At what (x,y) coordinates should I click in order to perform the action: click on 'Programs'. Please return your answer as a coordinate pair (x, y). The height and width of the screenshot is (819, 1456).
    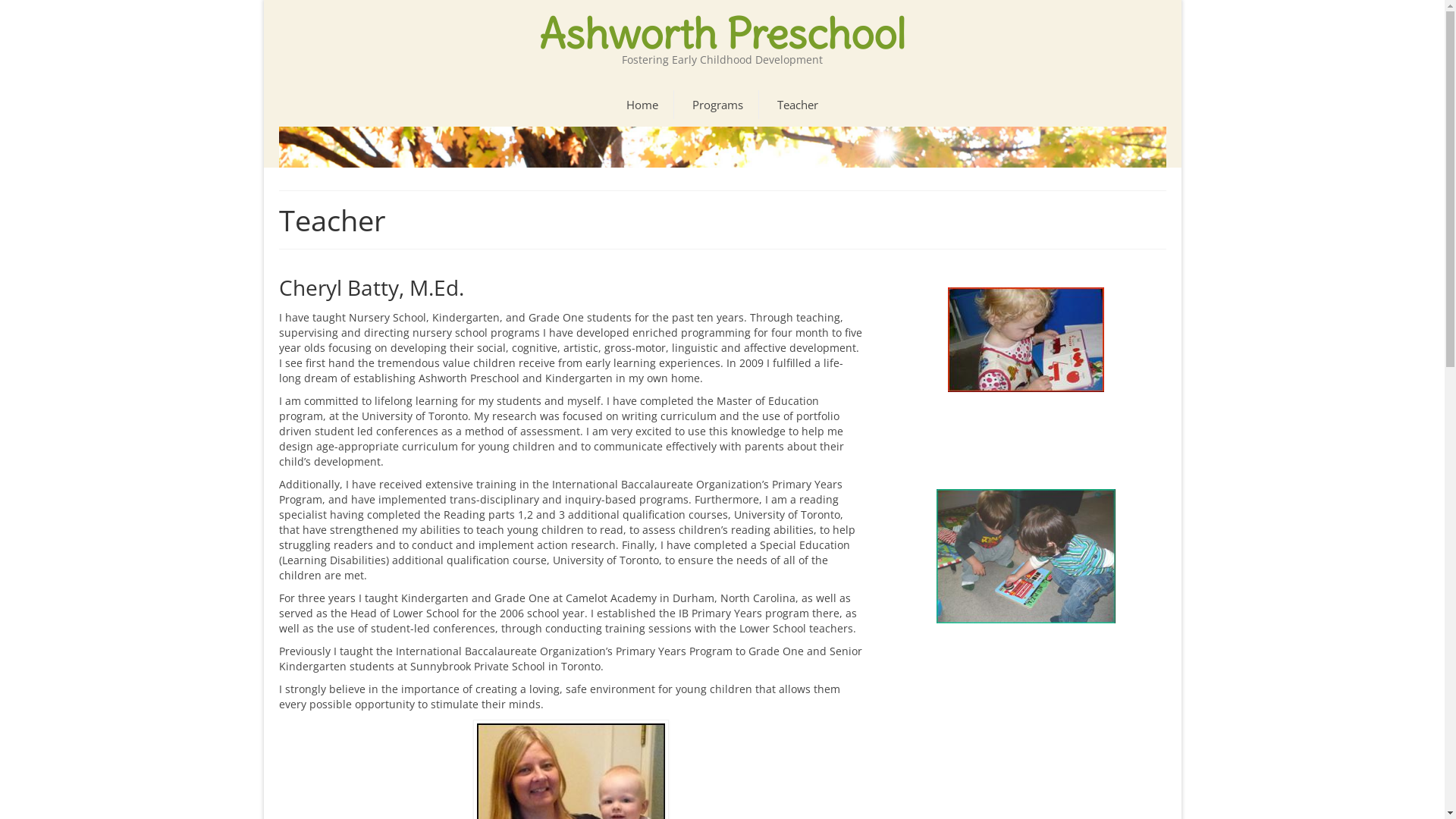
    Looking at the image, I should click on (717, 104).